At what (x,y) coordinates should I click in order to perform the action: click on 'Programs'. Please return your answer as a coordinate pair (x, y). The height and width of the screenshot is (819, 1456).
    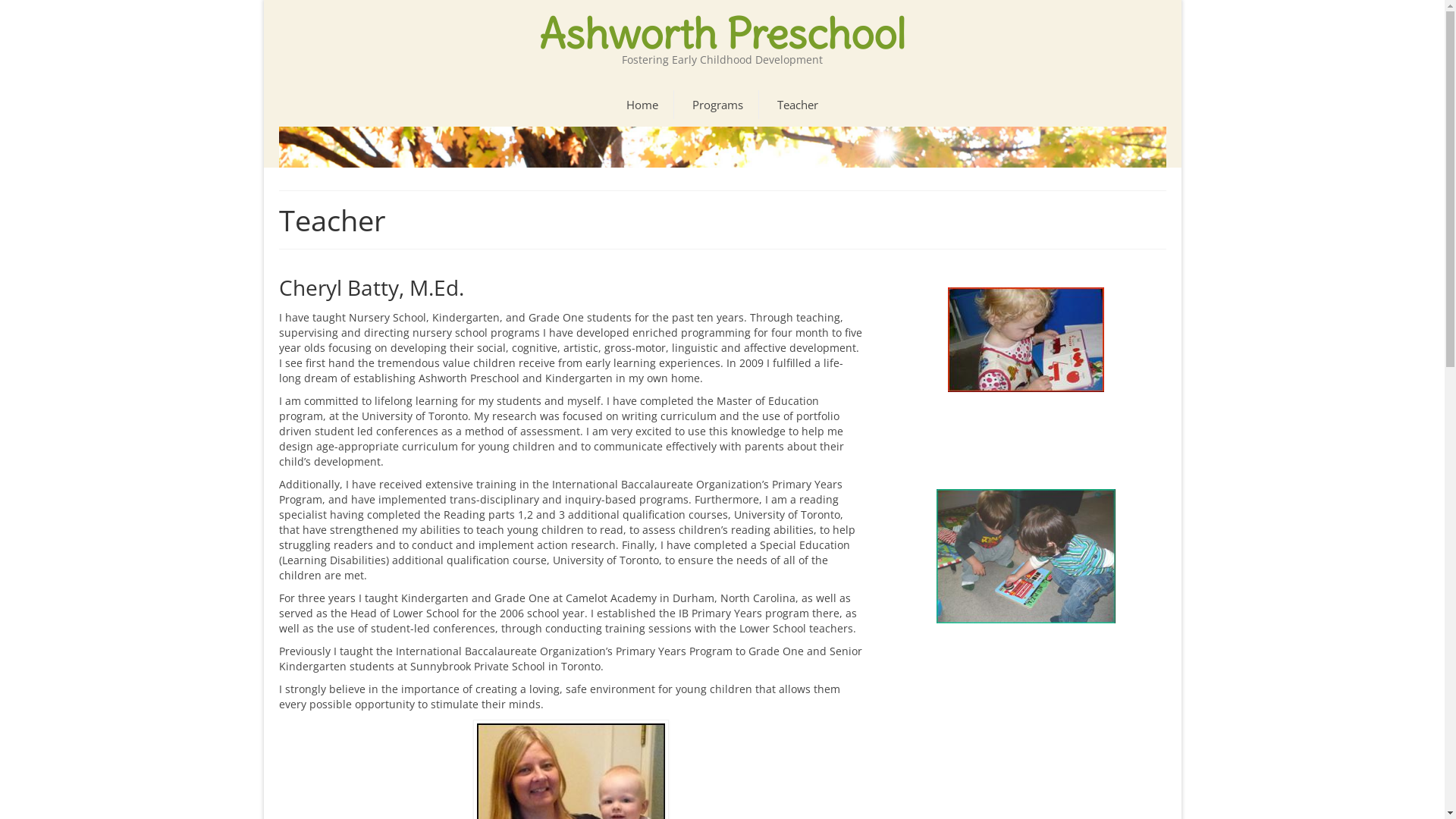
    Looking at the image, I should click on (717, 104).